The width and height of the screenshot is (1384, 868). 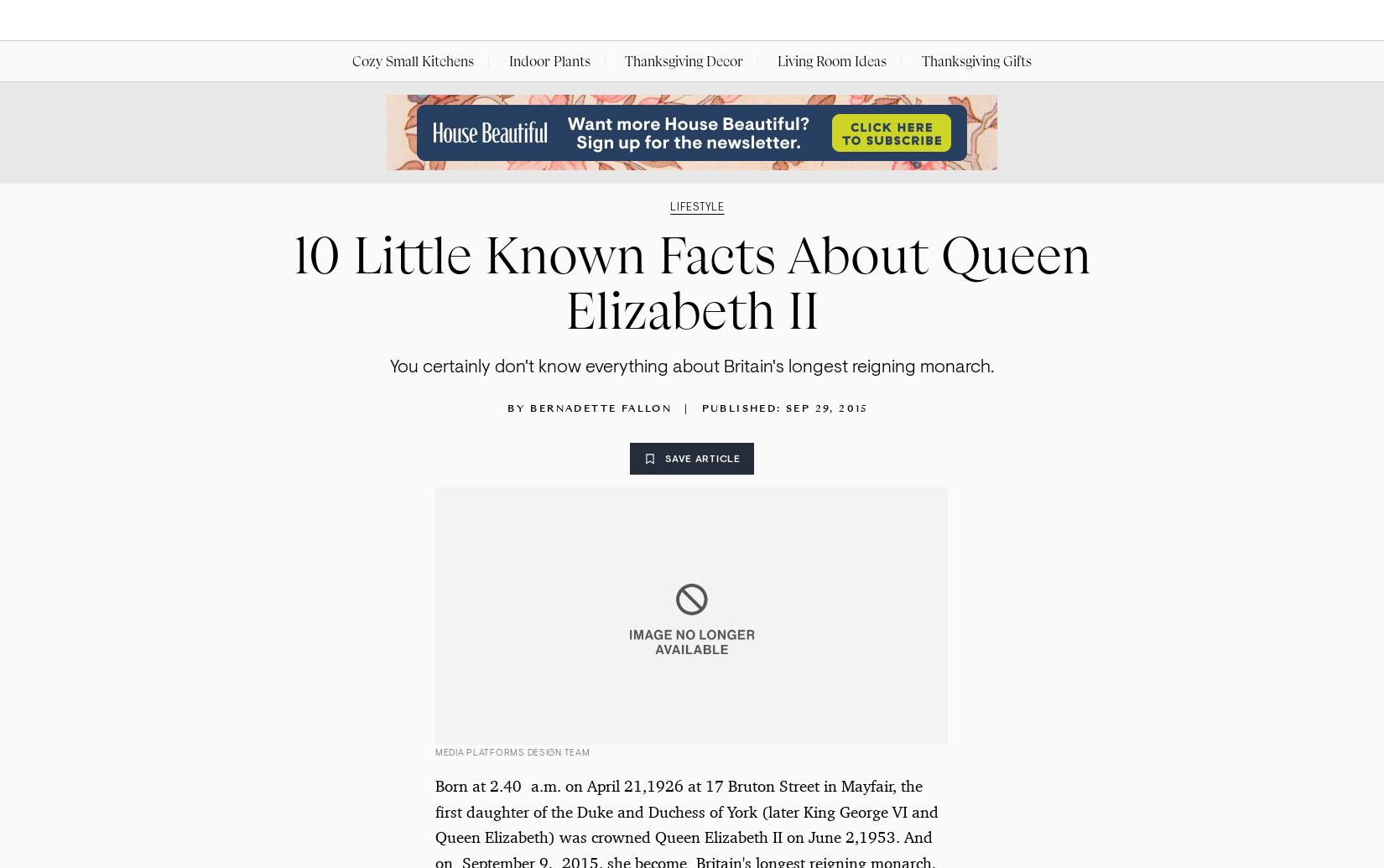 I want to click on 'Subscribe', so click(x=1097, y=20).